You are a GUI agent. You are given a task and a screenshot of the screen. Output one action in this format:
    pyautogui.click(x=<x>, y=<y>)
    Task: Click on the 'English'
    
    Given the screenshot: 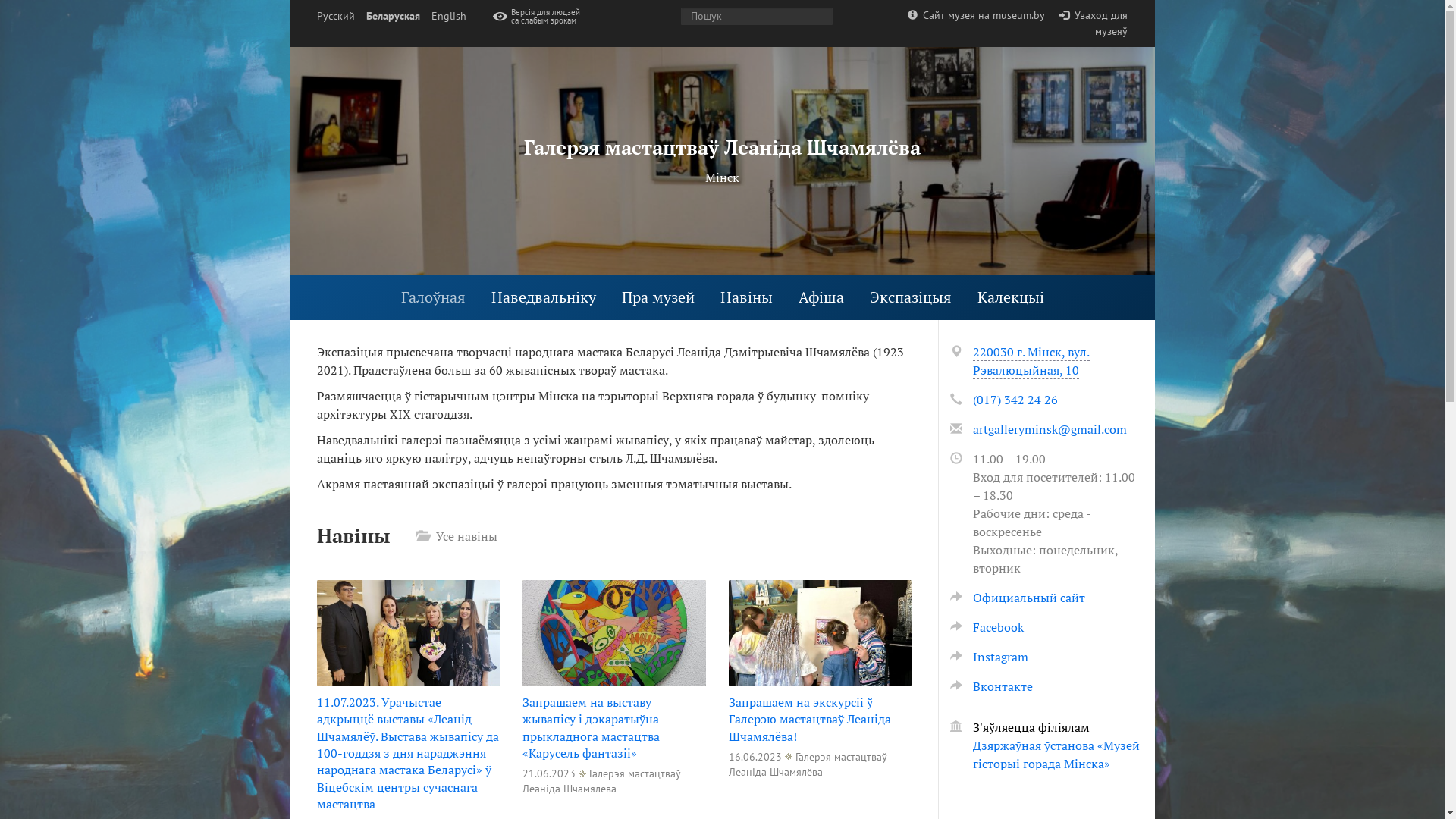 What is the action you would take?
    pyautogui.click(x=447, y=16)
    